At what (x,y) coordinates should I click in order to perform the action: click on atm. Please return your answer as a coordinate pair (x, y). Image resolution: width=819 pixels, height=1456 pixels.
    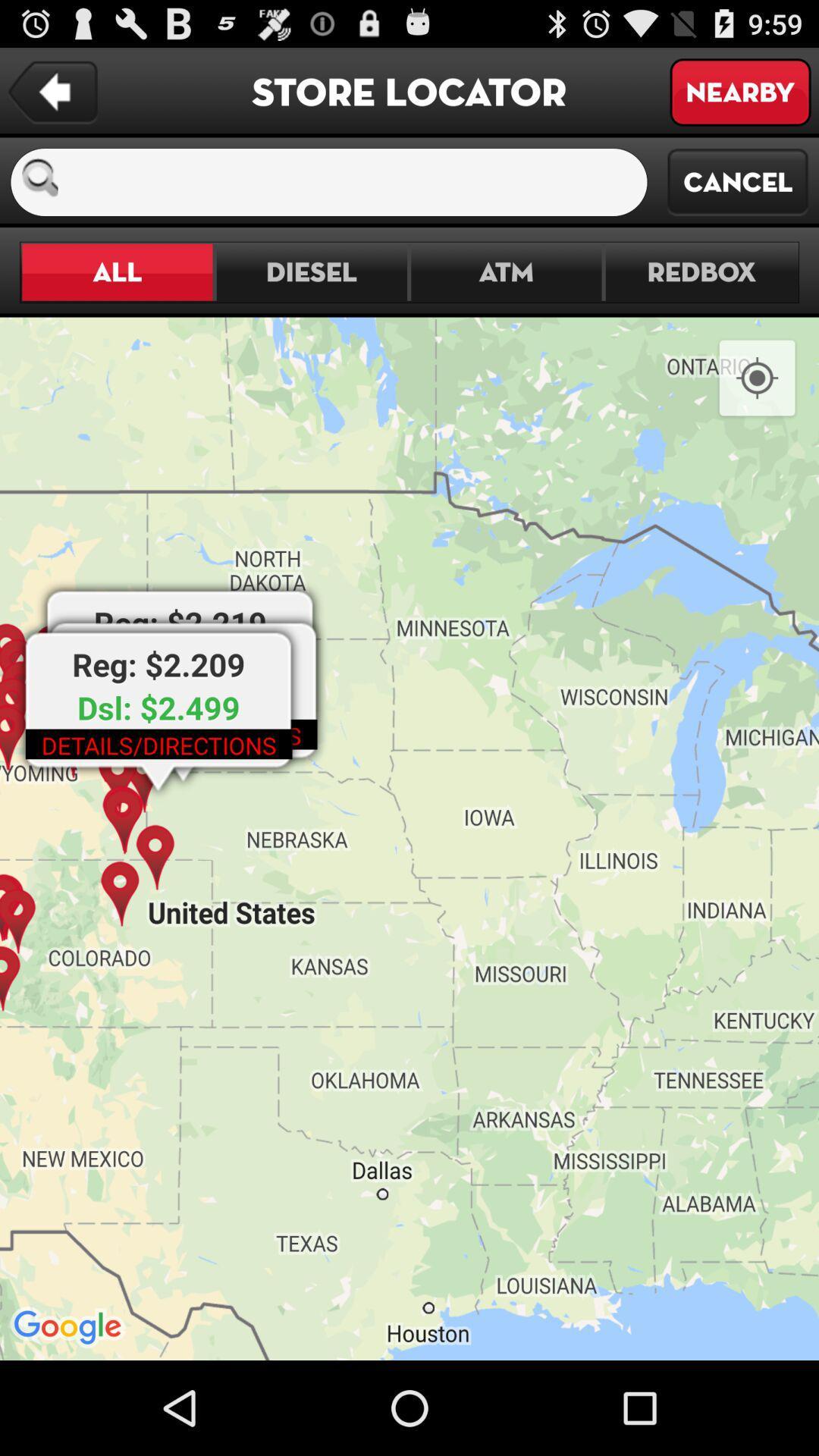
    Looking at the image, I should click on (506, 272).